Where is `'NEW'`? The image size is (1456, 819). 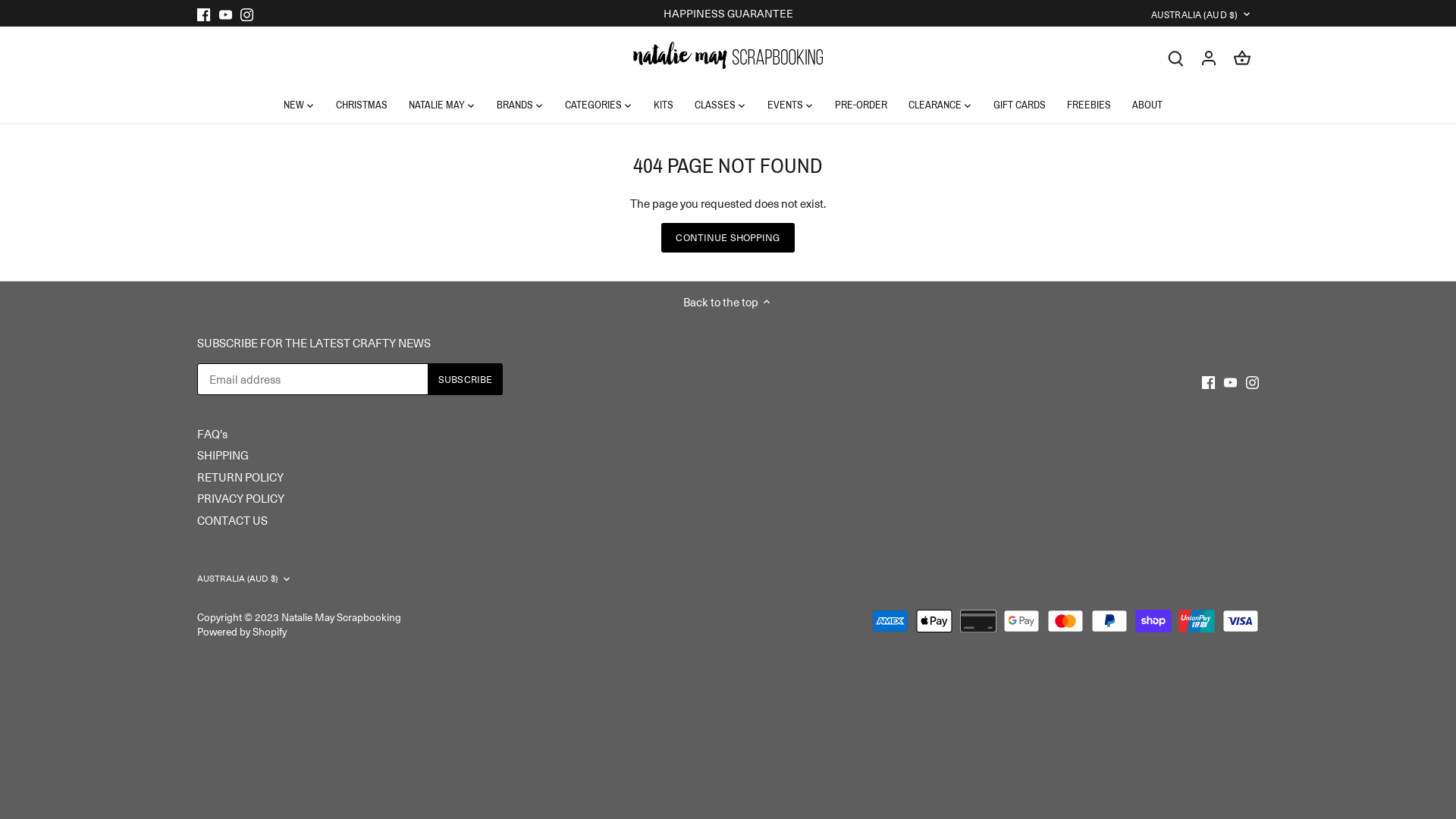 'NEW' is located at coordinates (284, 104).